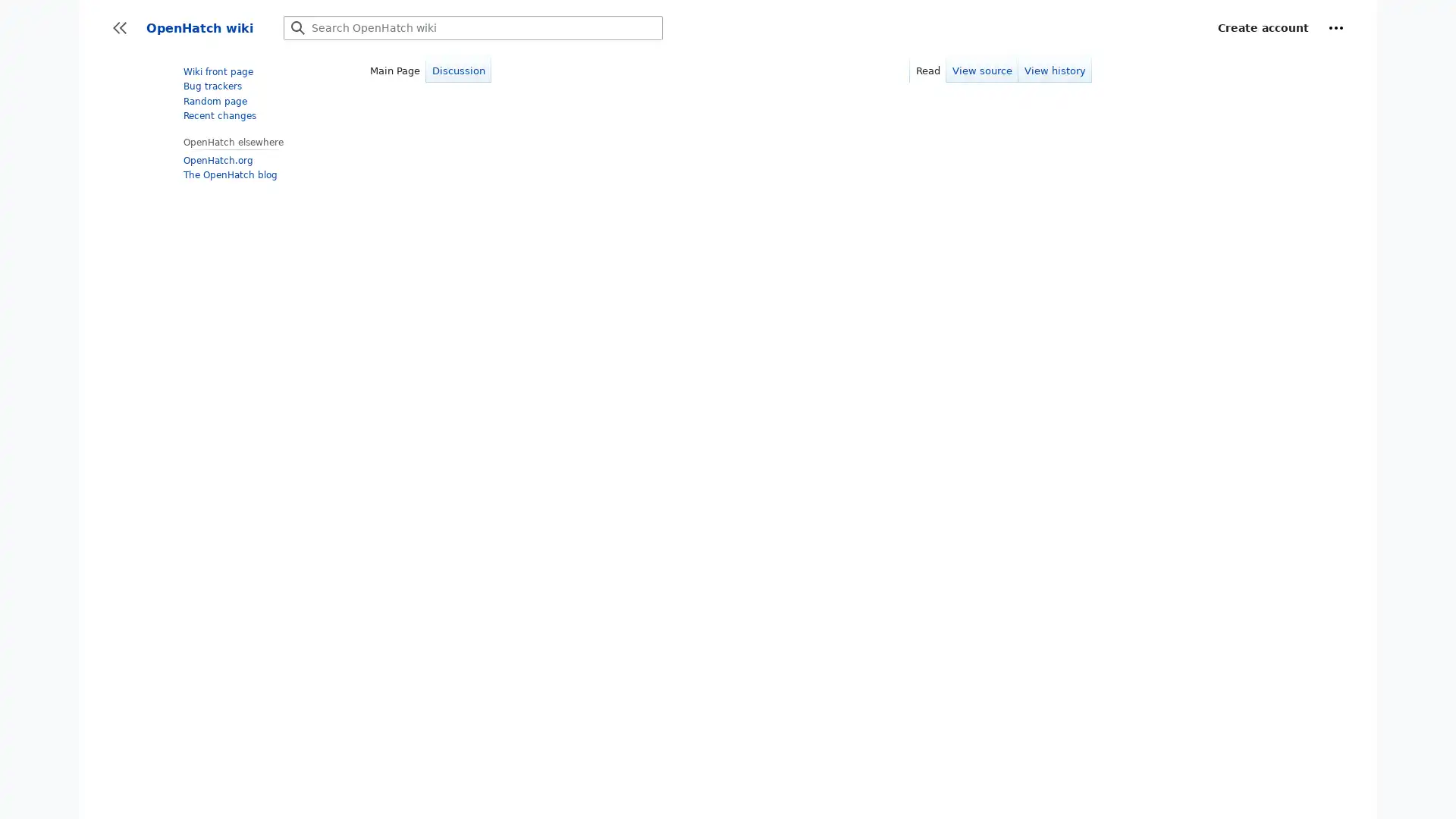  Describe the element at coordinates (1096, 799) in the screenshot. I see `OK` at that location.